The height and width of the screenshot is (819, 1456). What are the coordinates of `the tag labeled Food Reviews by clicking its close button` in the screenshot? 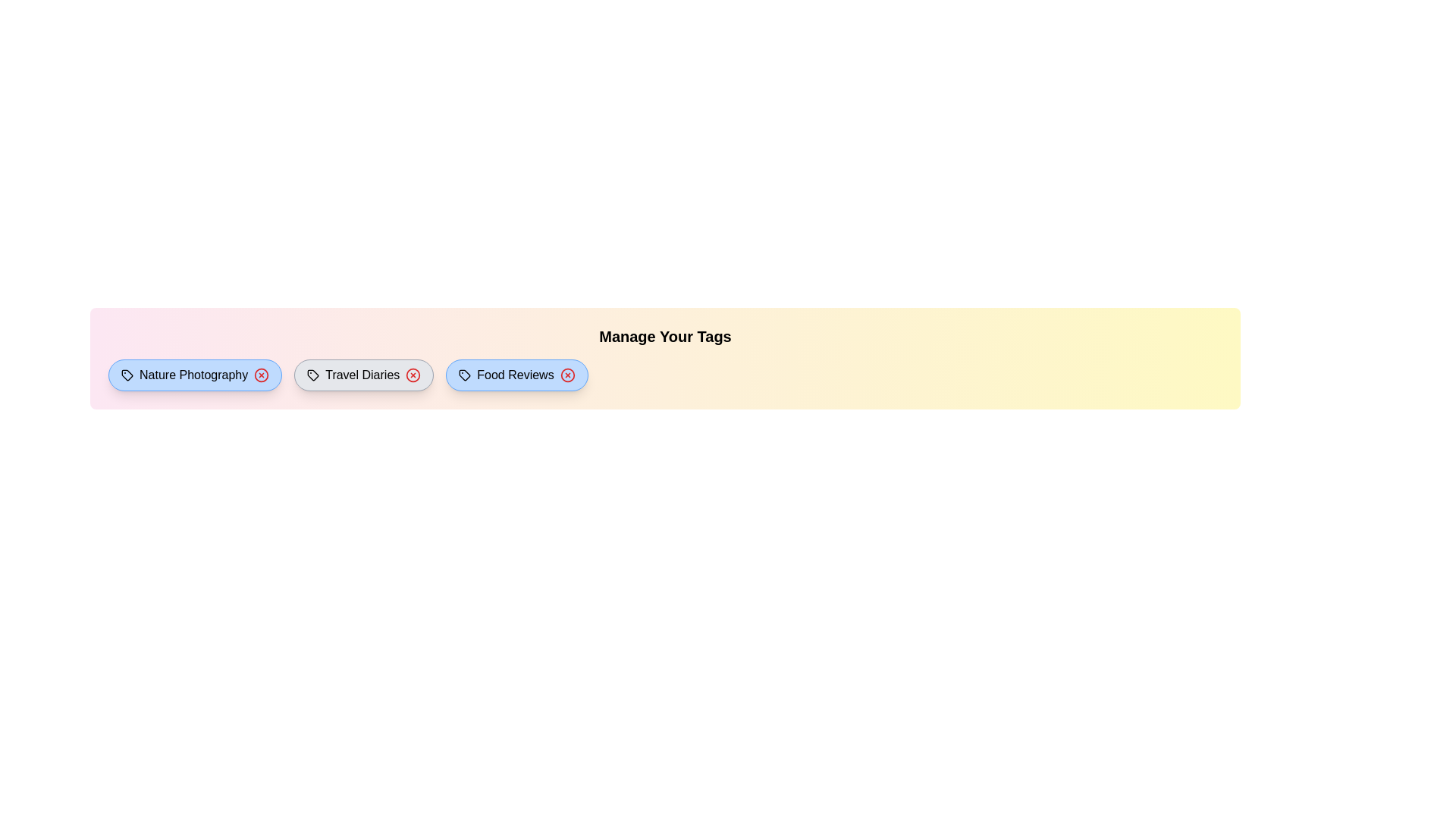 It's located at (566, 375).